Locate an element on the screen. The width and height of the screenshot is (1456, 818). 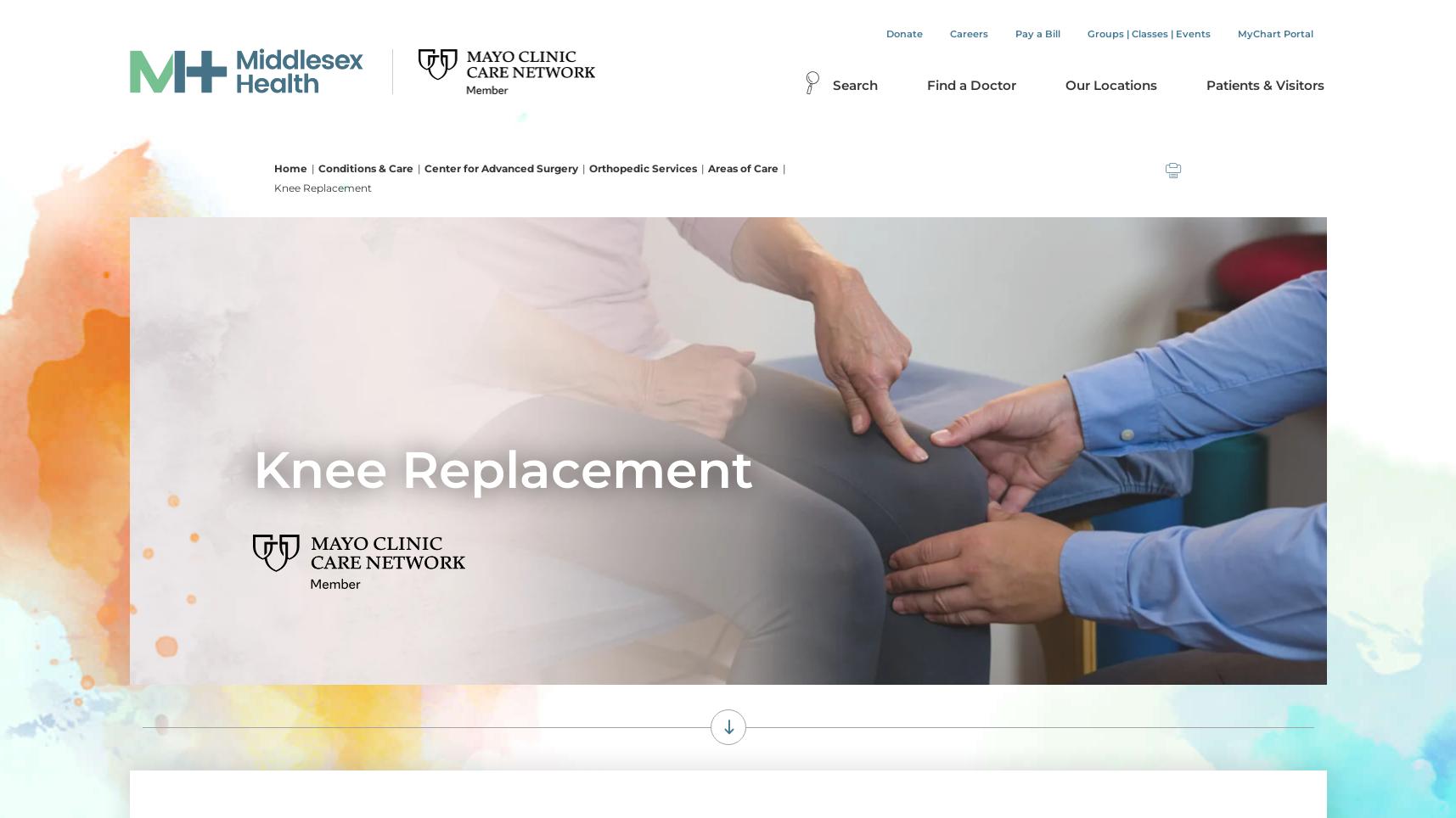
'Find a Doctor' is located at coordinates (970, 84).